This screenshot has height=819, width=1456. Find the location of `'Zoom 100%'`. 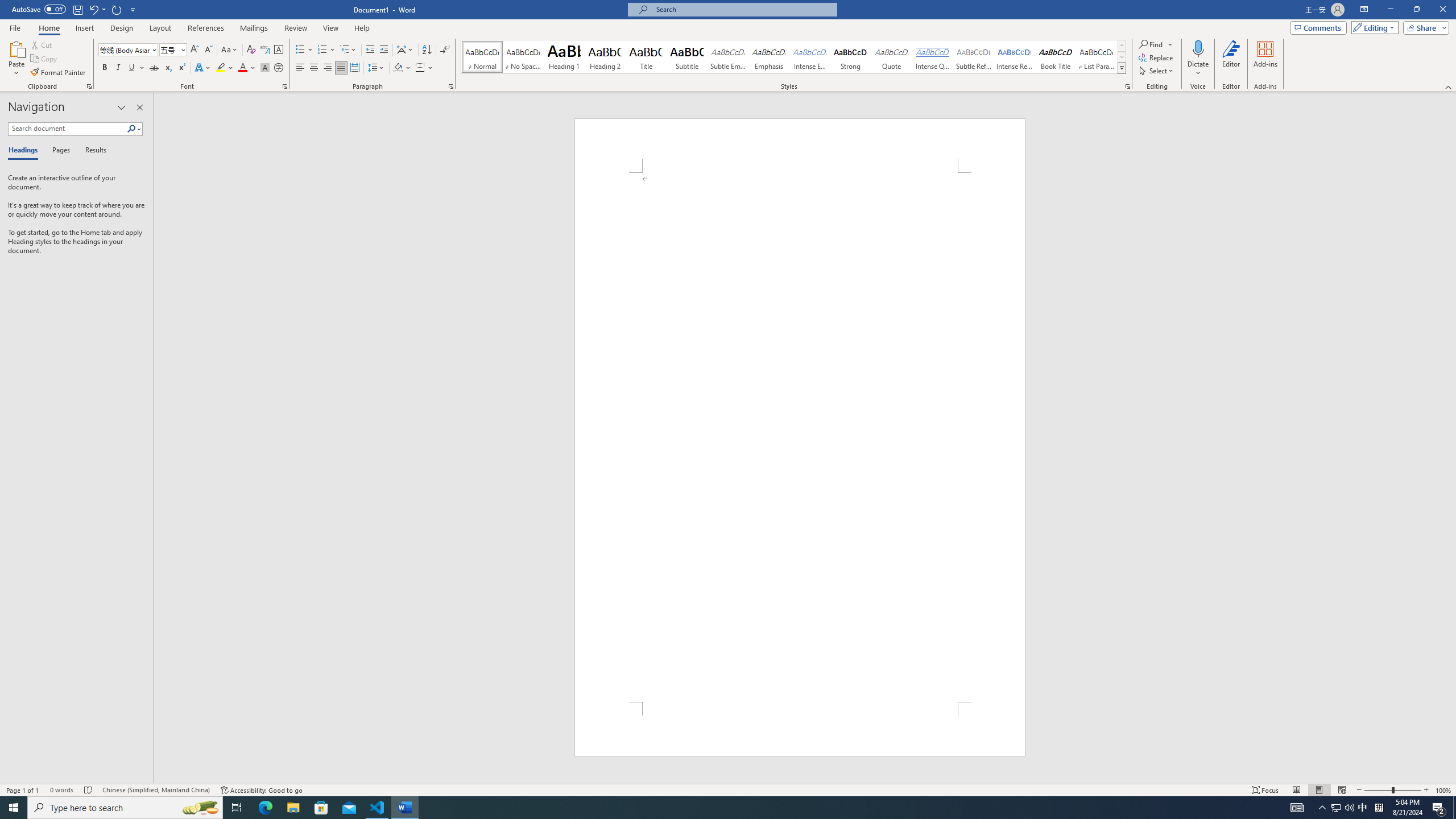

'Zoom 100%' is located at coordinates (1443, 790).